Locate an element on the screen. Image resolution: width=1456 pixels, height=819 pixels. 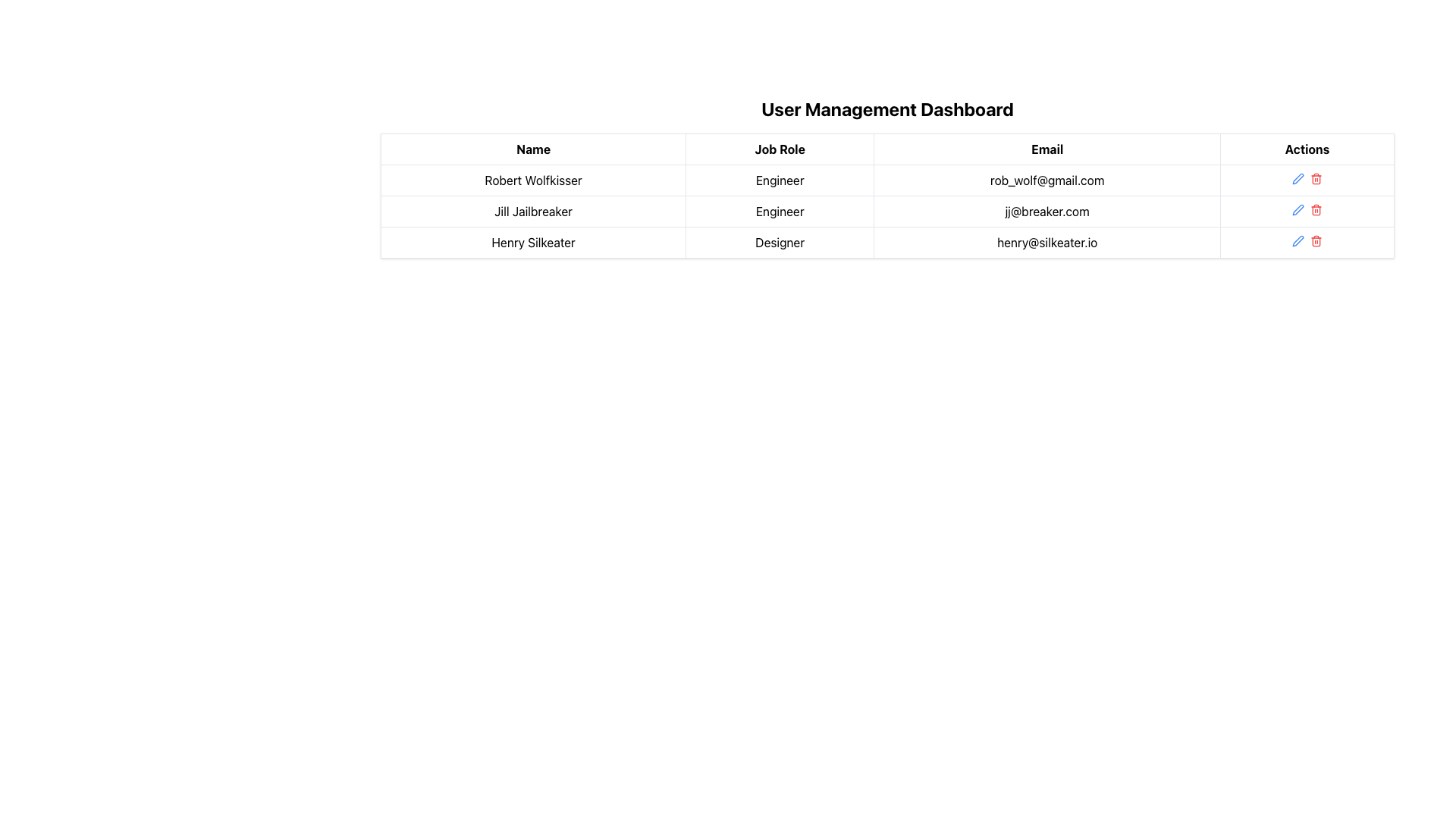
the non-interactive Text Label that displays the name of a user or entity in the user management dashboard is located at coordinates (533, 180).